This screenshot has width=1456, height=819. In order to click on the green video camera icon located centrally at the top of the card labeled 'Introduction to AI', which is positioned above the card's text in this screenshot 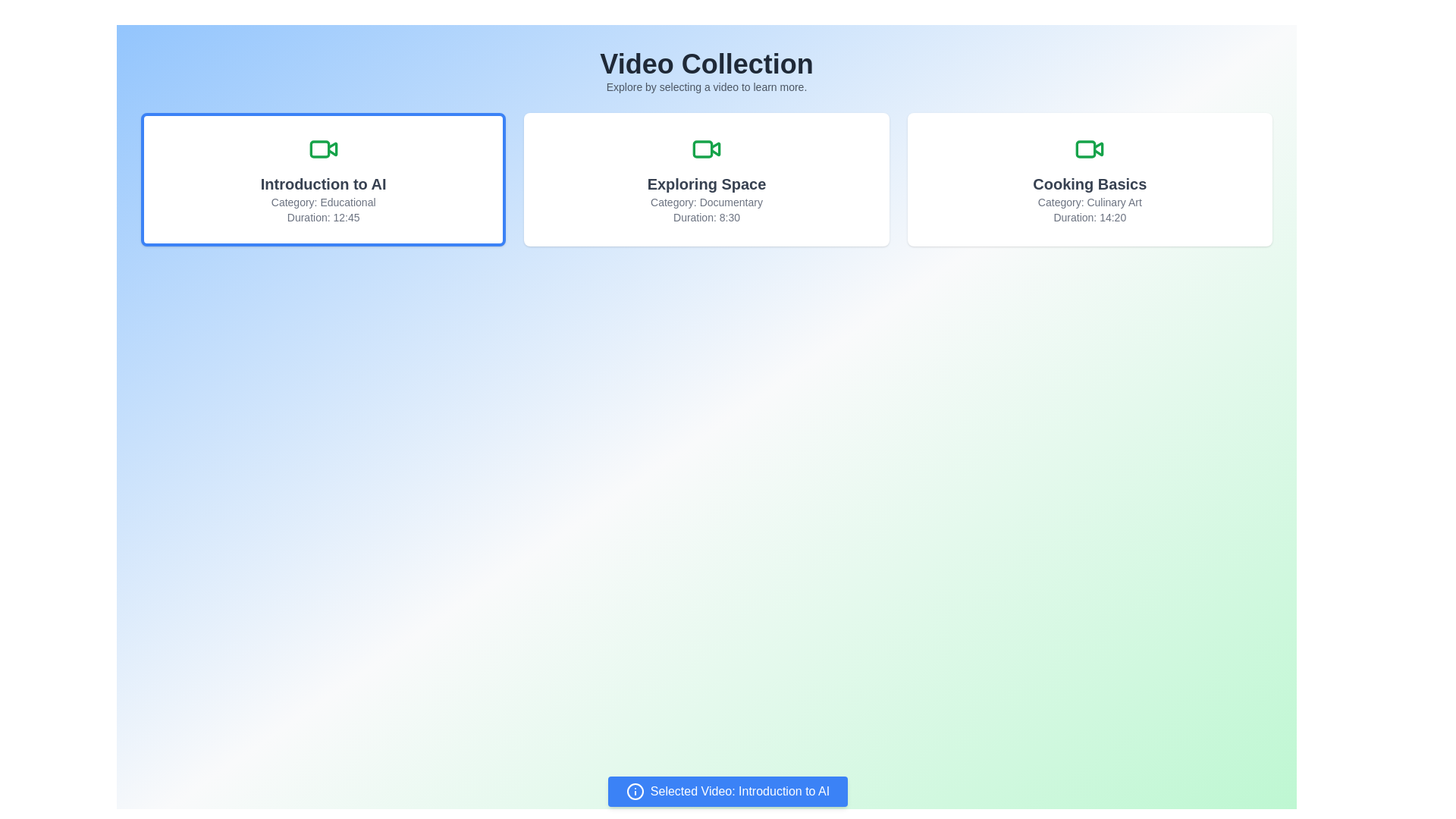, I will do `click(322, 149)`.